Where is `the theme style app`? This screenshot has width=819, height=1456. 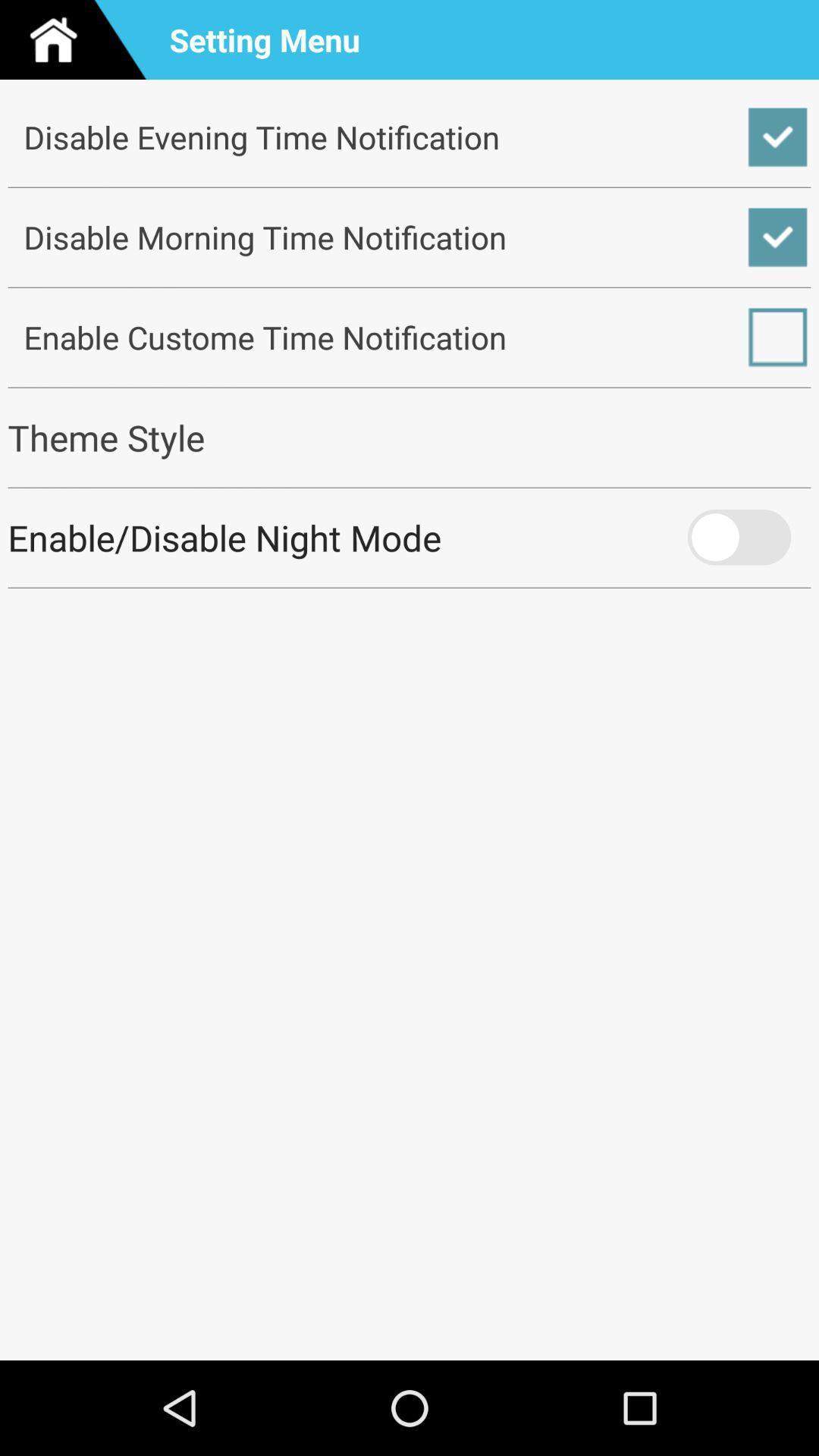
the theme style app is located at coordinates (409, 437).